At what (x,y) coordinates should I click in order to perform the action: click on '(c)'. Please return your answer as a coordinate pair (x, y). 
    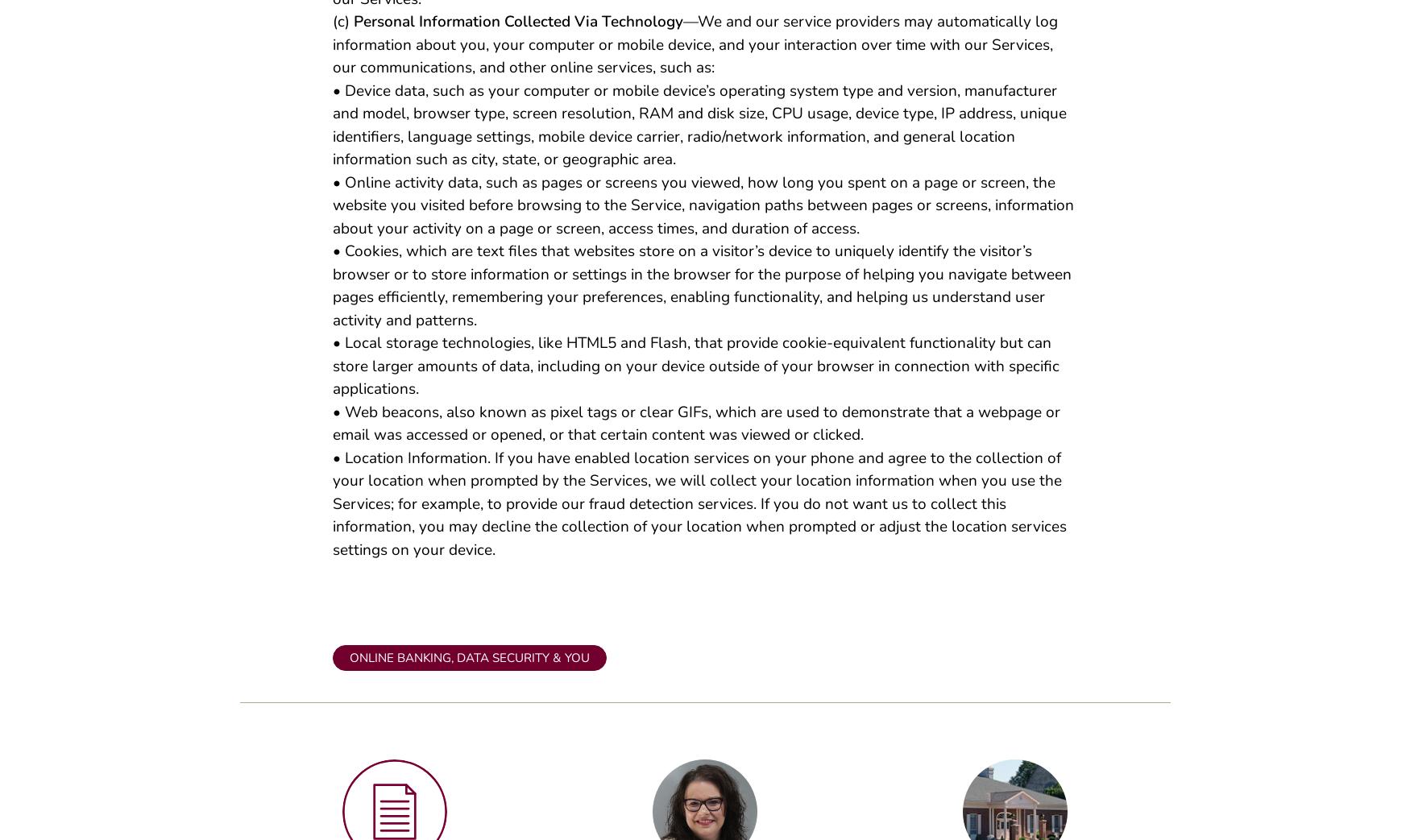
    Looking at the image, I should click on (342, 27).